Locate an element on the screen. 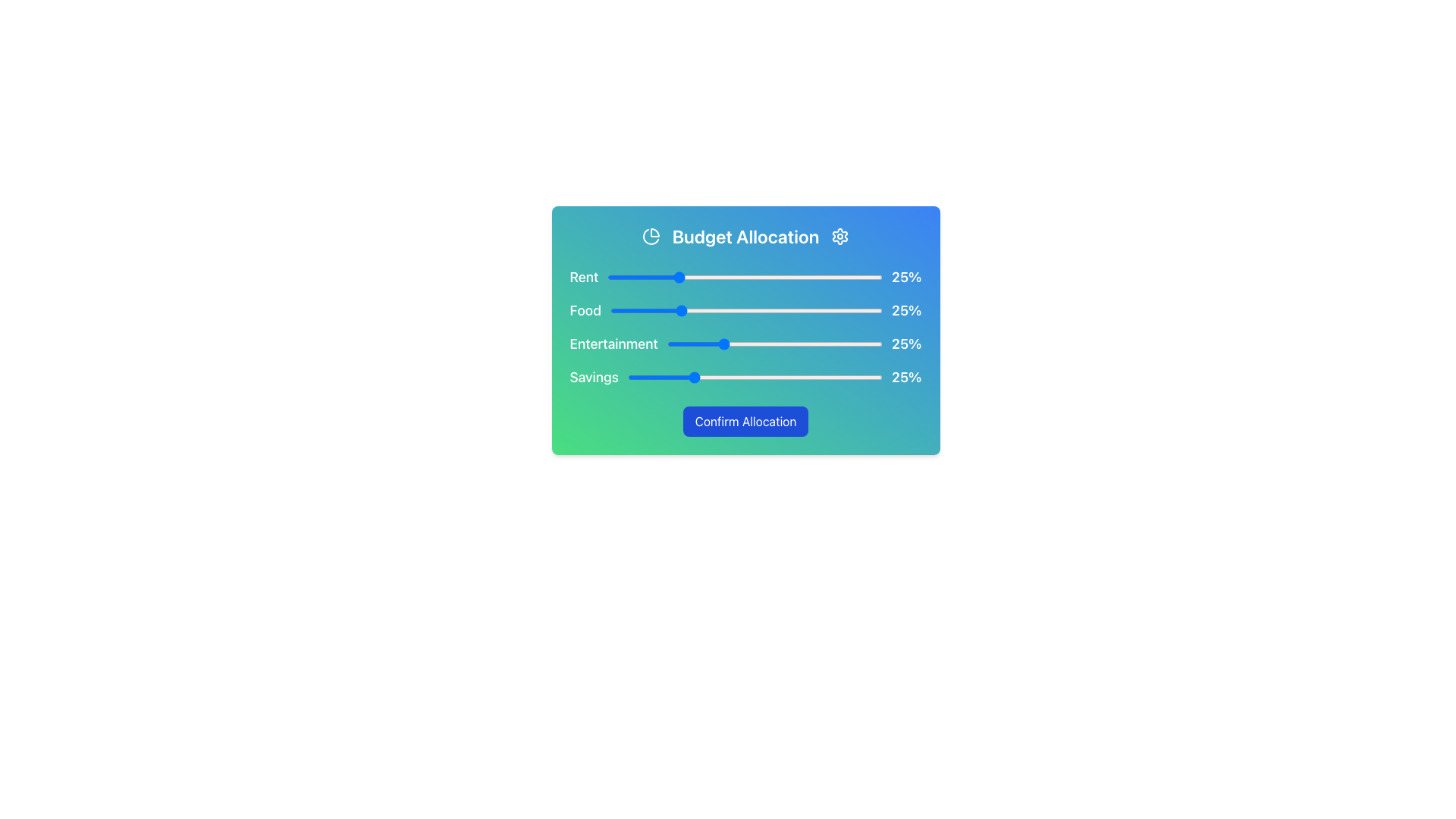 Image resolution: width=1456 pixels, height=819 pixels. the Header Section Title that displays 'Budget Allocation' with a pie chart icon on the left and a cogwheel icon on the right, styled with bold, white text on a gradient blue-green background is located at coordinates (745, 237).